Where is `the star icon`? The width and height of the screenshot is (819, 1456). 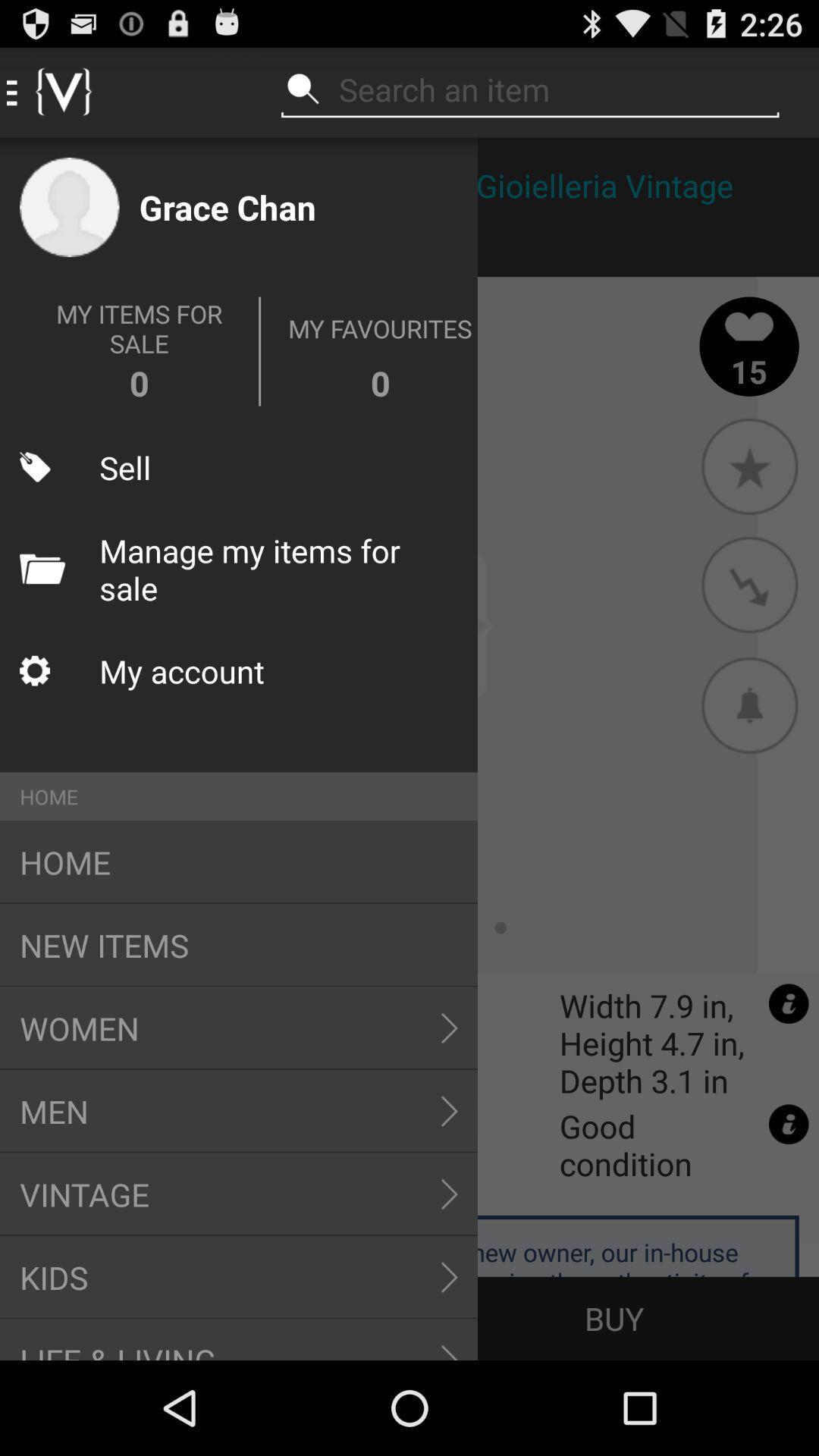 the star icon is located at coordinates (748, 498).